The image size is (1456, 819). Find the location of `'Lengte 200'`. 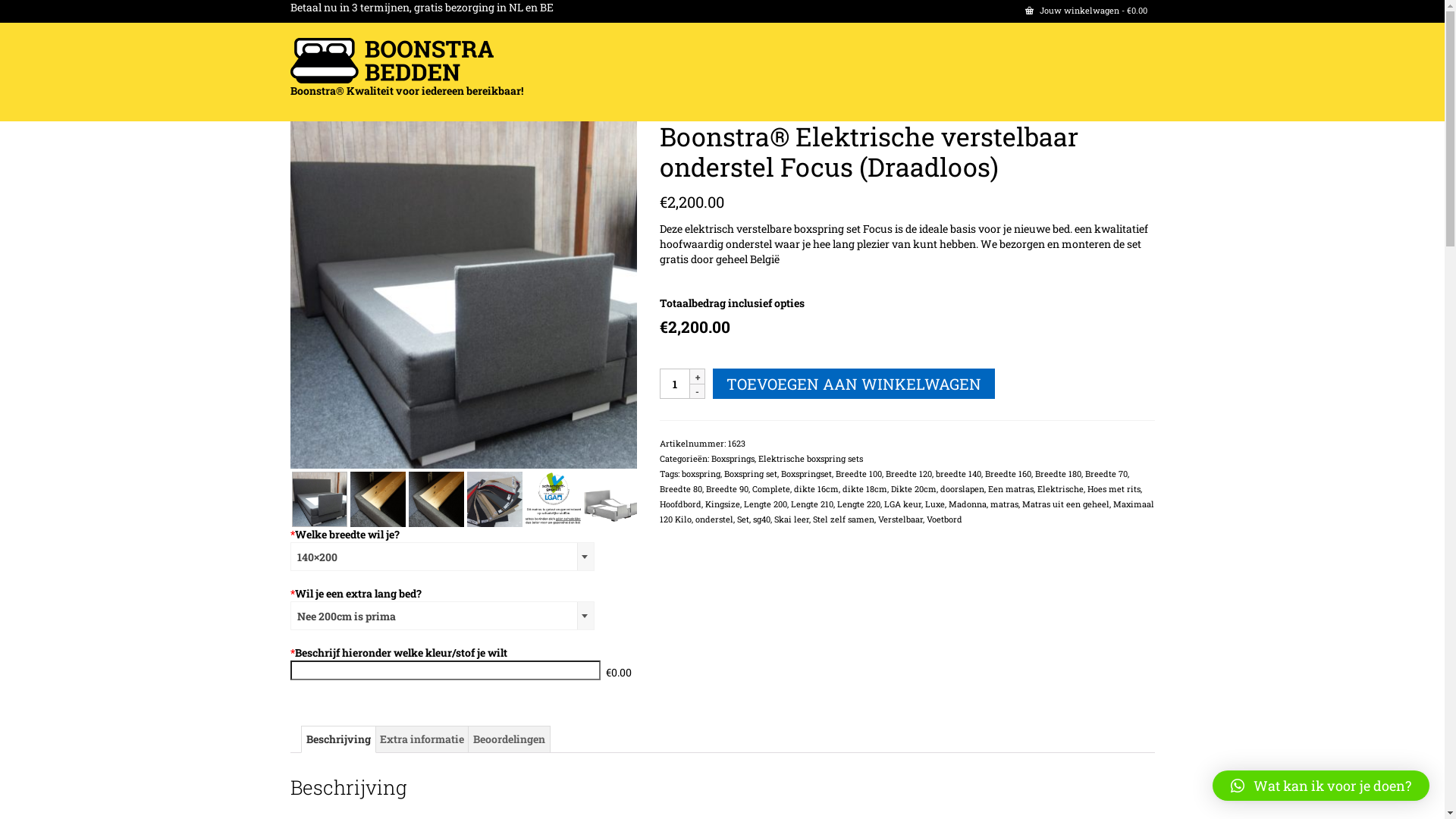

'Lengte 200' is located at coordinates (765, 504).